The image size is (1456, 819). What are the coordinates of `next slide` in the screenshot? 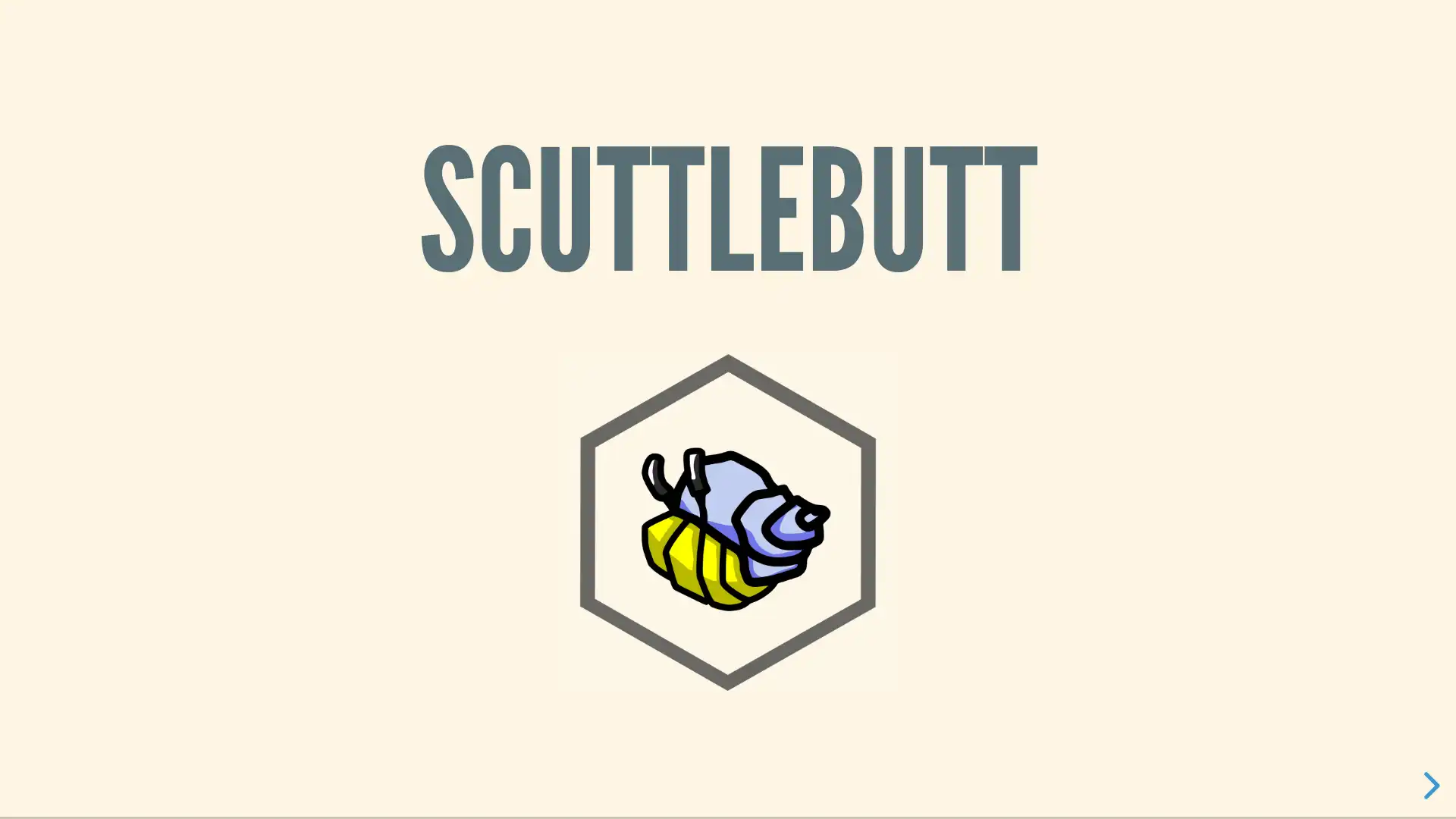 It's located at (1425, 785).